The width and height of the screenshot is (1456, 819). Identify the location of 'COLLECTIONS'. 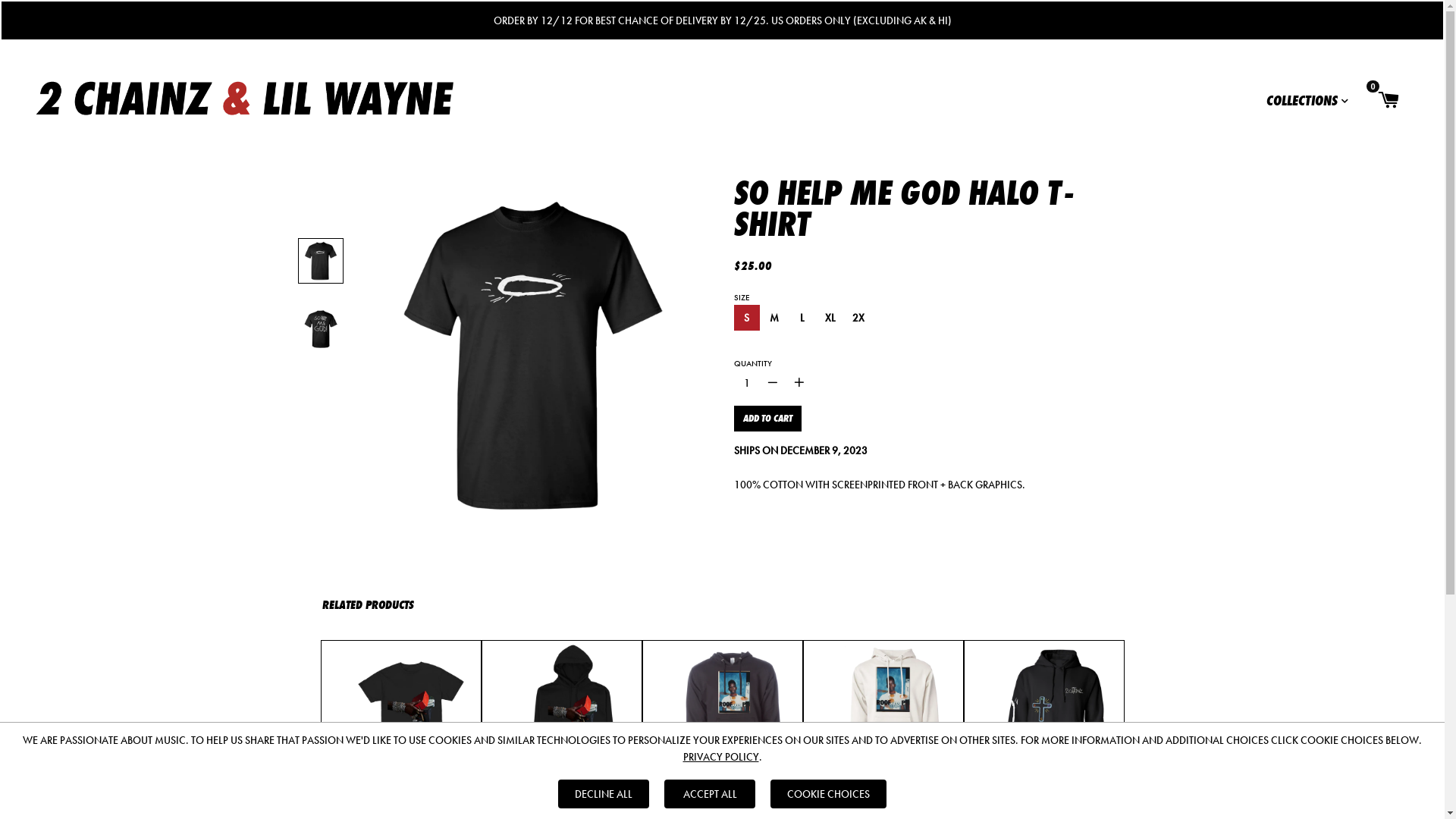
(1306, 98).